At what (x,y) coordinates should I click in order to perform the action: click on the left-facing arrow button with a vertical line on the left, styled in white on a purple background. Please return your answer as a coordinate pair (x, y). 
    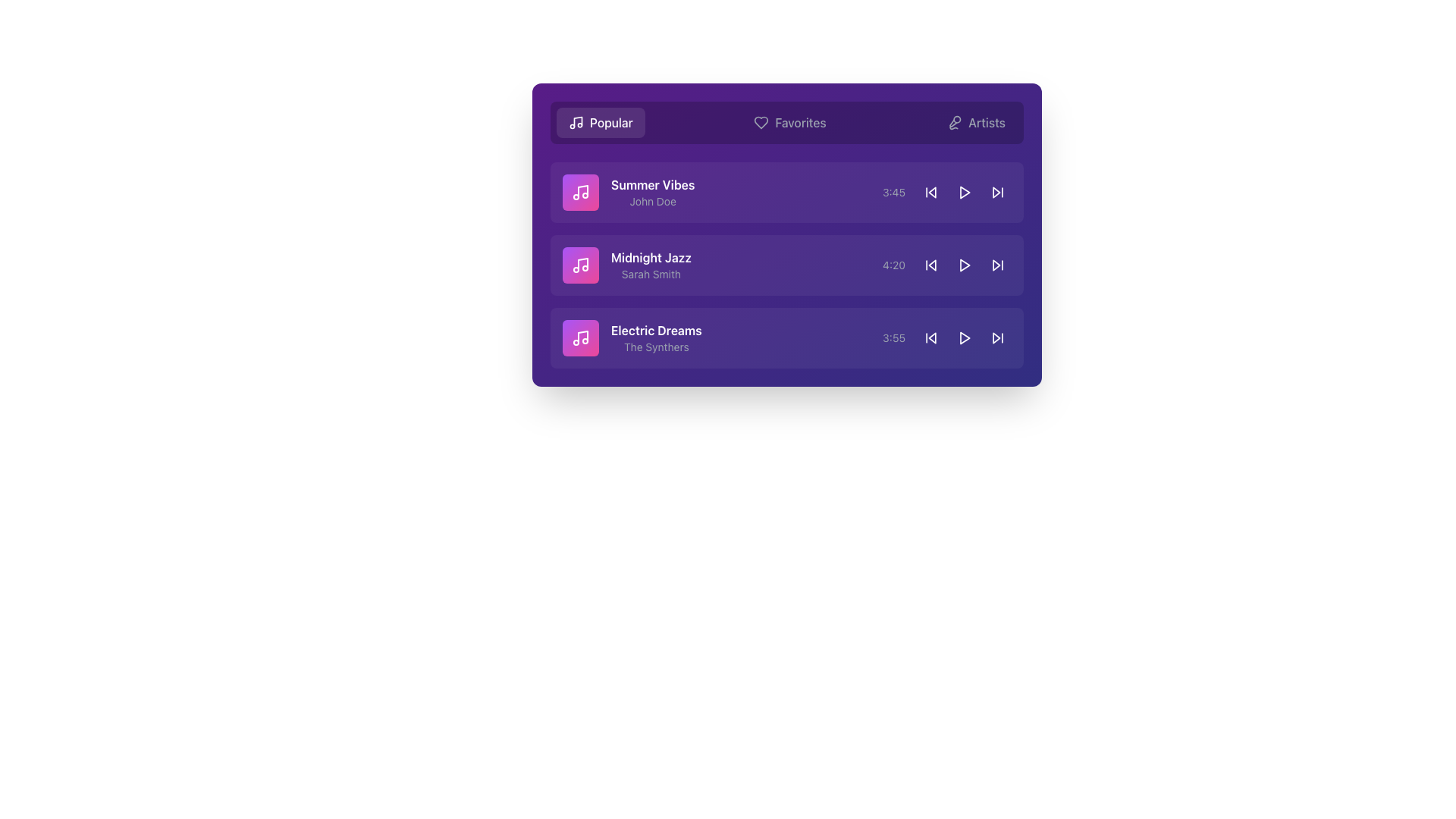
    Looking at the image, I should click on (930, 337).